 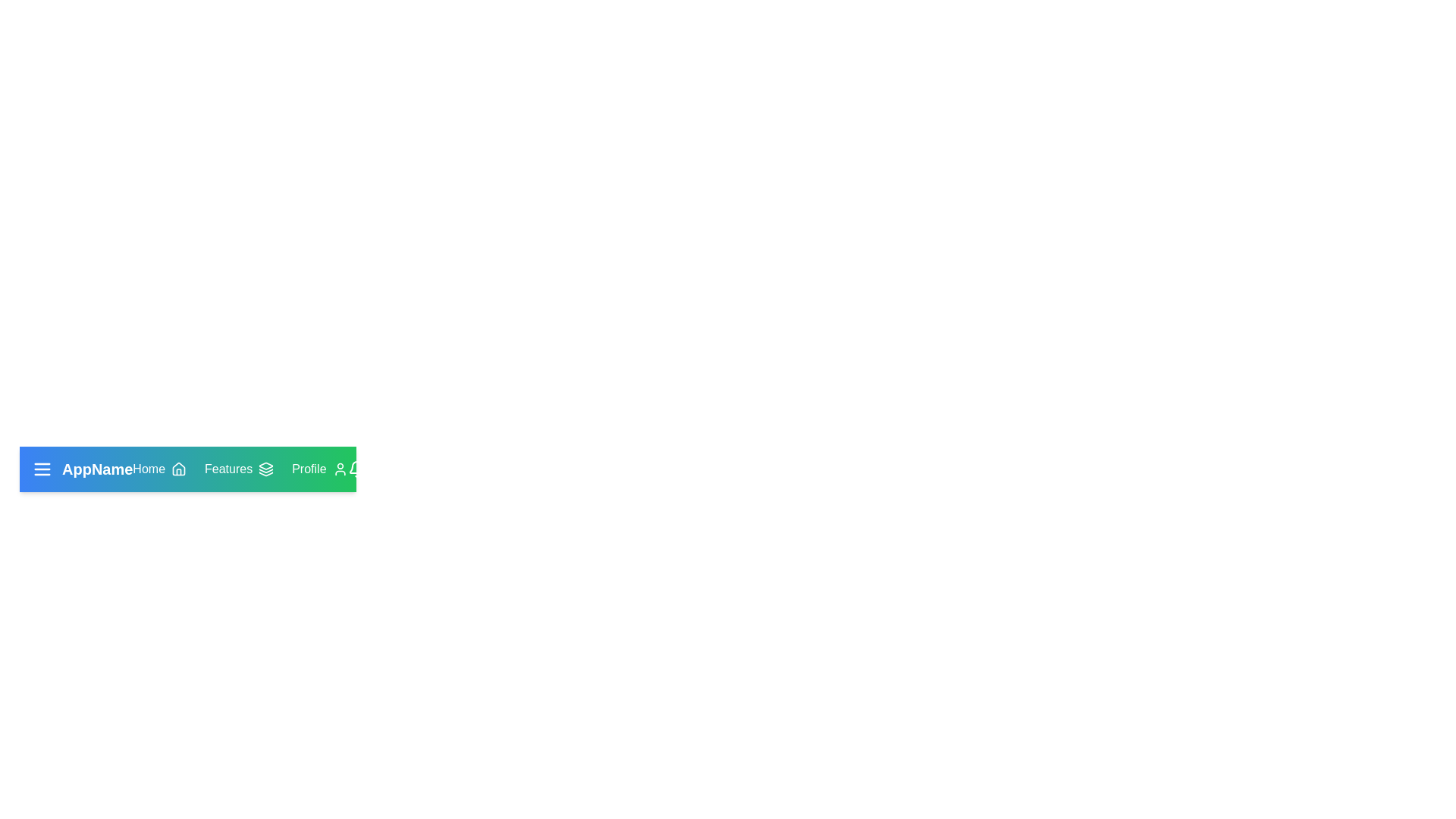 I want to click on the interactive element HomeButton to view its hover effect, so click(x=159, y=468).